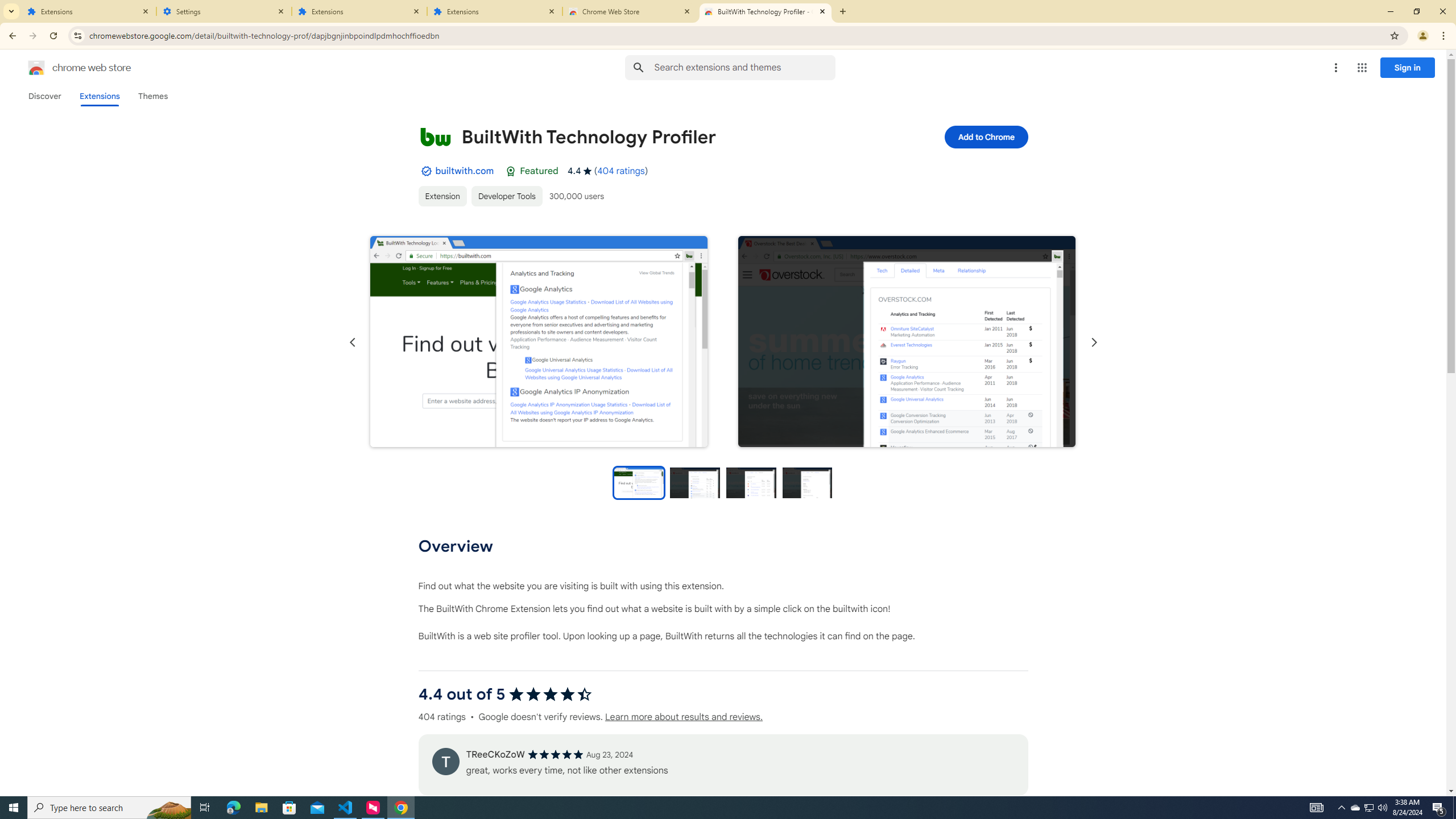 This screenshot has height=819, width=1456. What do you see at coordinates (88, 11) in the screenshot?
I see `'Extensions'` at bounding box center [88, 11].